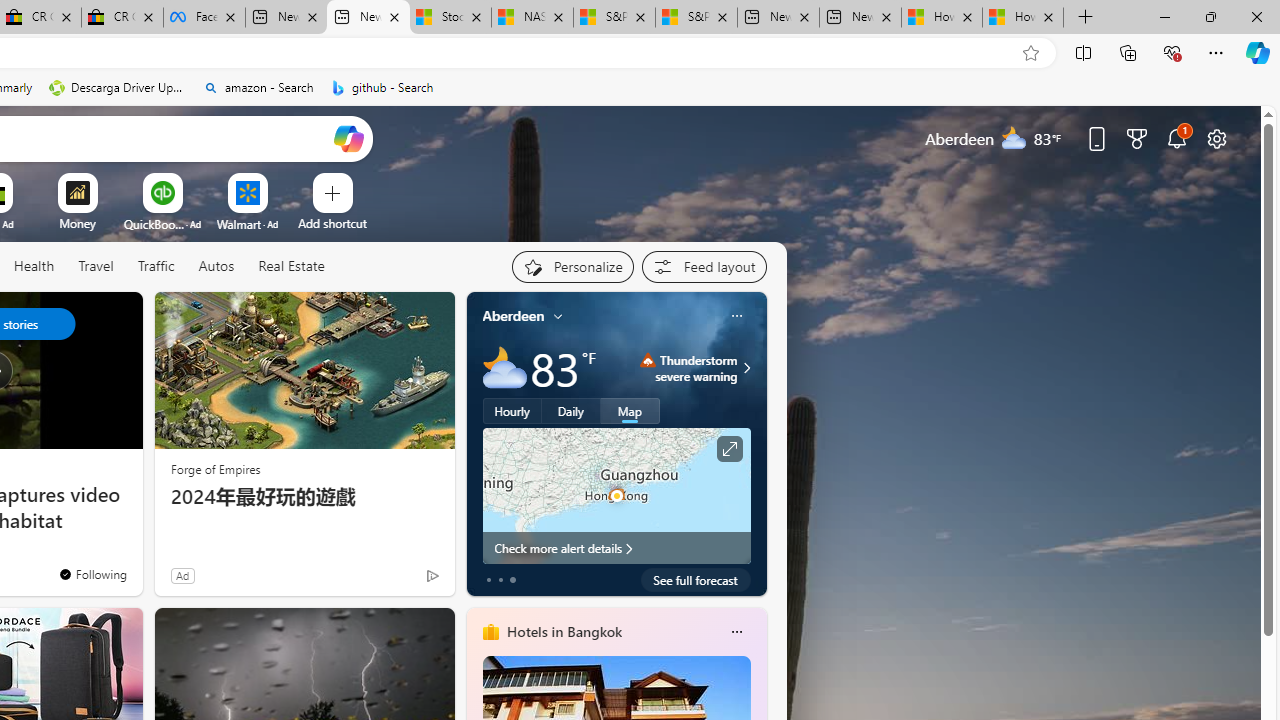  I want to click on 'Descarga Driver Updater', so click(117, 87).